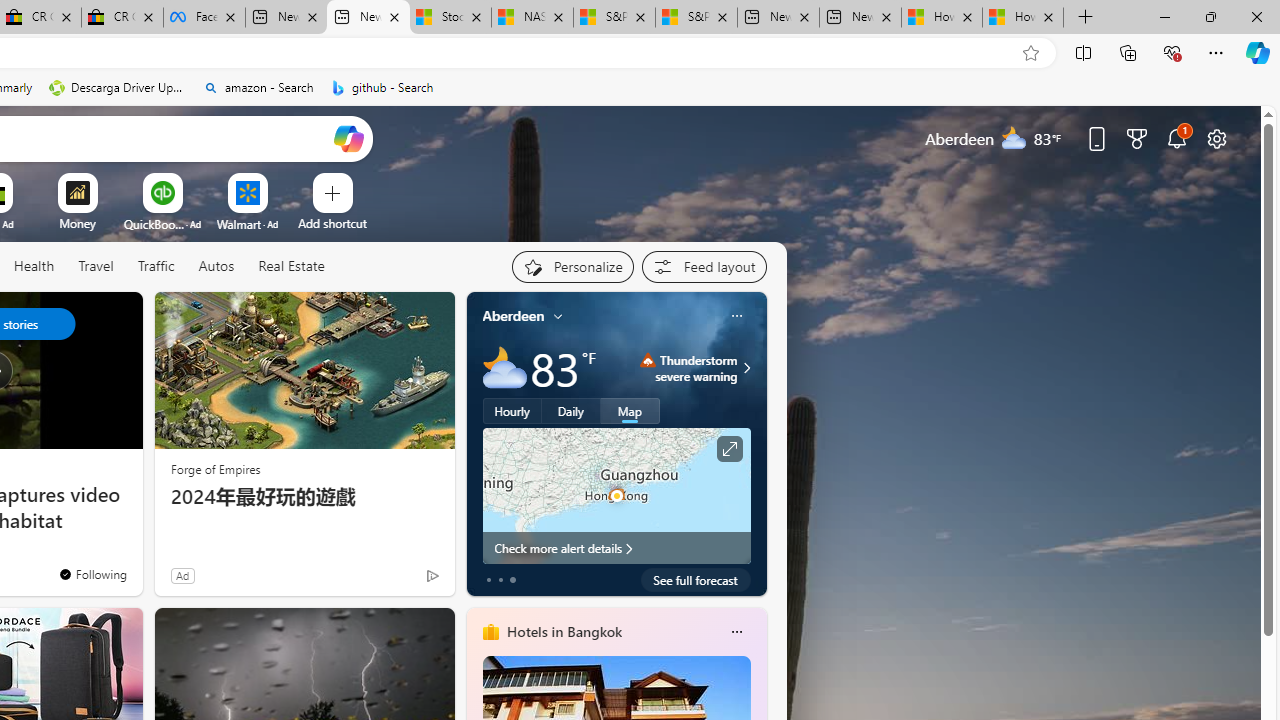  I want to click on 'Descarga Driver Updater', so click(117, 87).